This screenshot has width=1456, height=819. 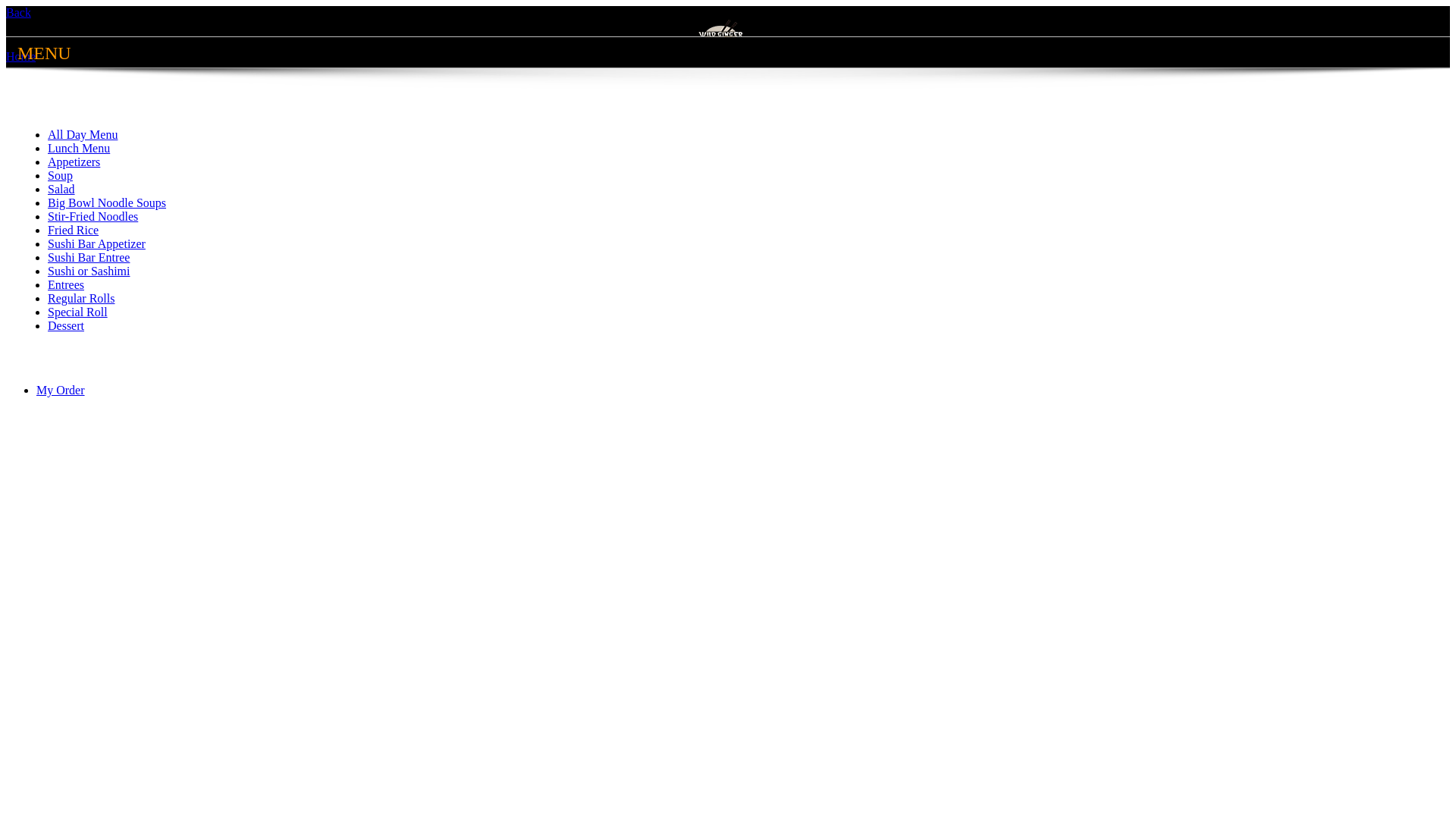 I want to click on 'Fried Rice', so click(x=72, y=230).